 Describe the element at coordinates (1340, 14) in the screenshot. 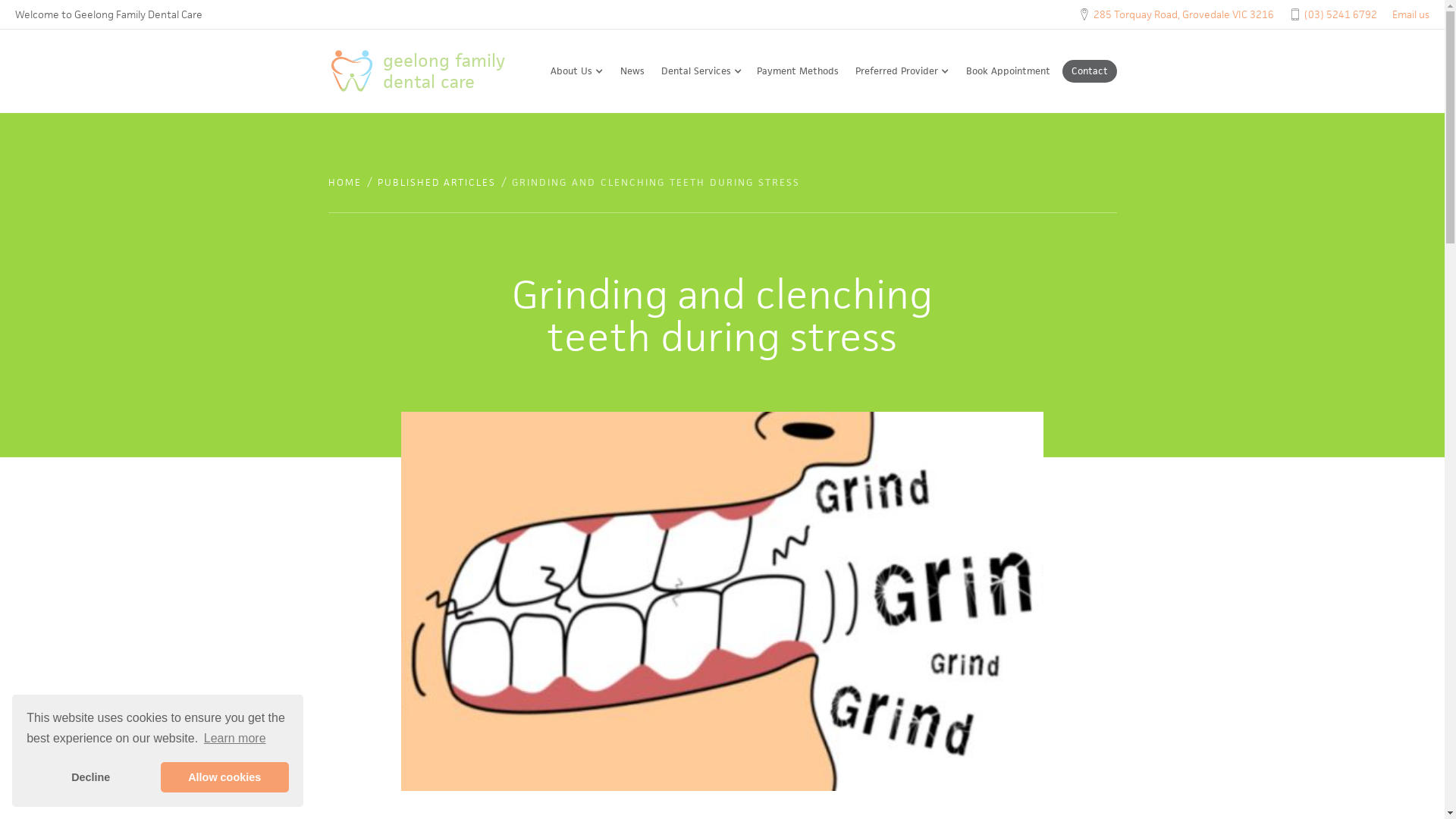

I see `'(03) 5241 6792'` at that location.